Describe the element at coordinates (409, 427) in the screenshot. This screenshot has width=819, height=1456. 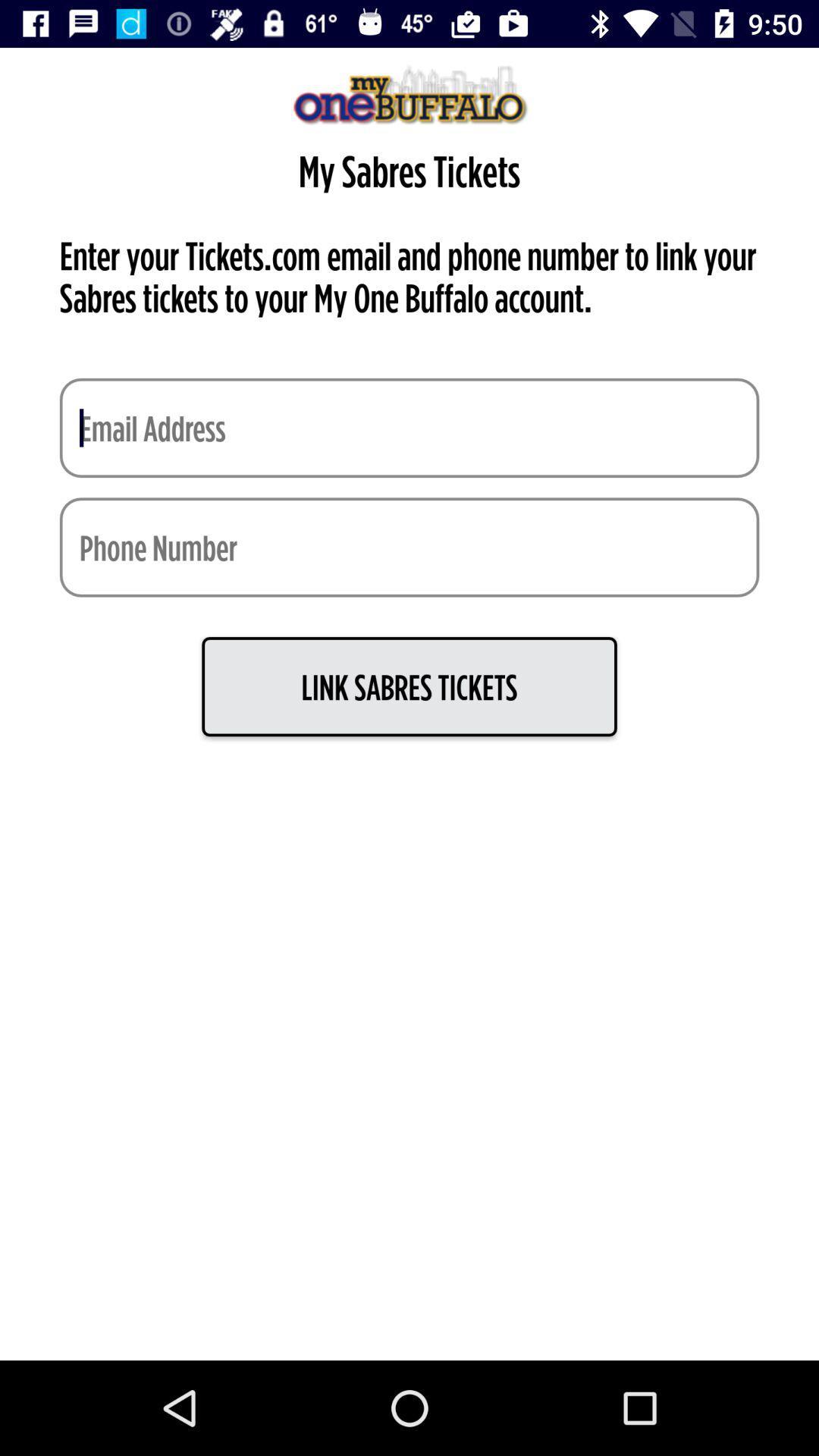
I see `type email address` at that location.